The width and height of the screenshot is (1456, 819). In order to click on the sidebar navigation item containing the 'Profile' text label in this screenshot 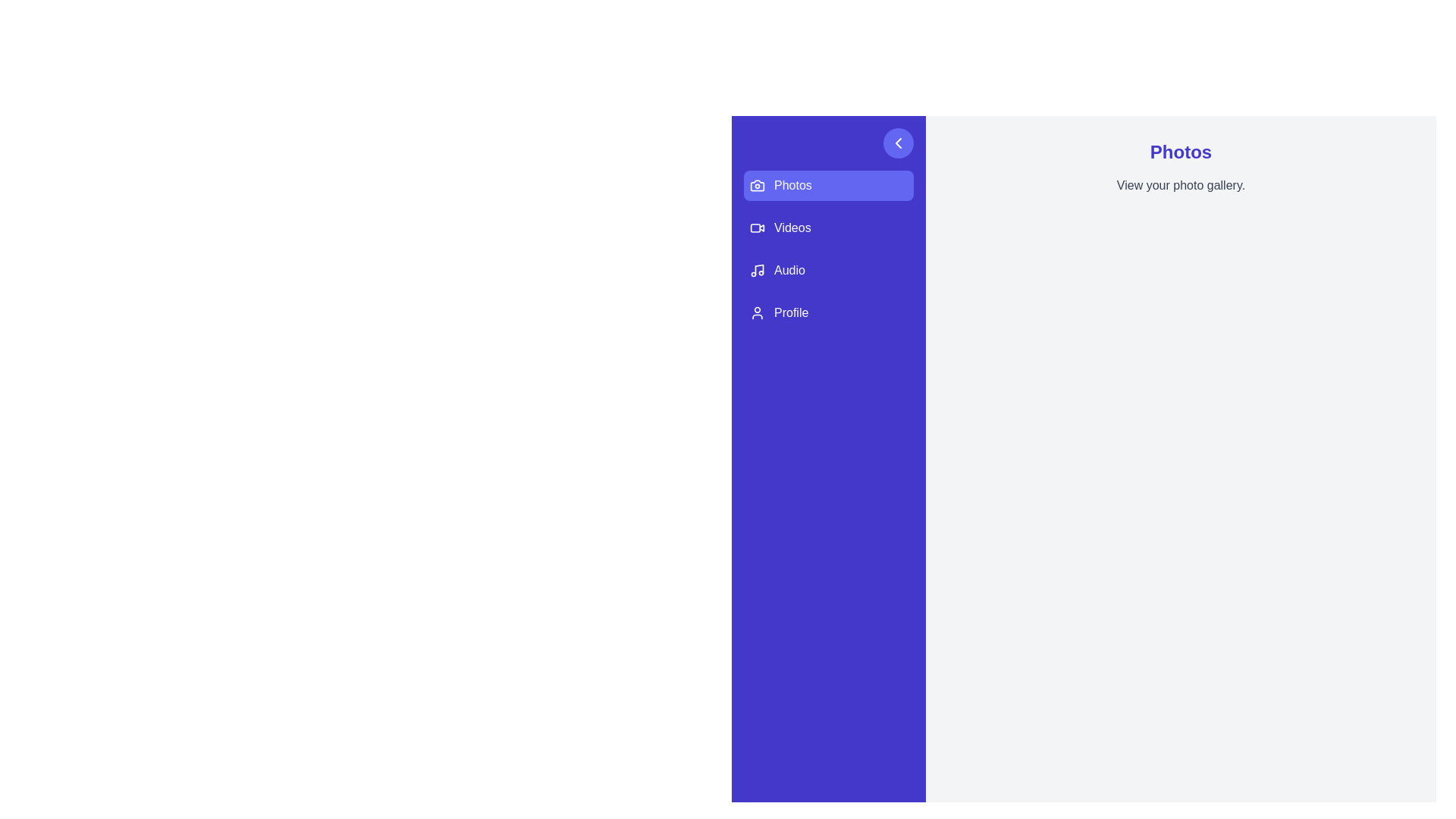, I will do `click(790, 312)`.